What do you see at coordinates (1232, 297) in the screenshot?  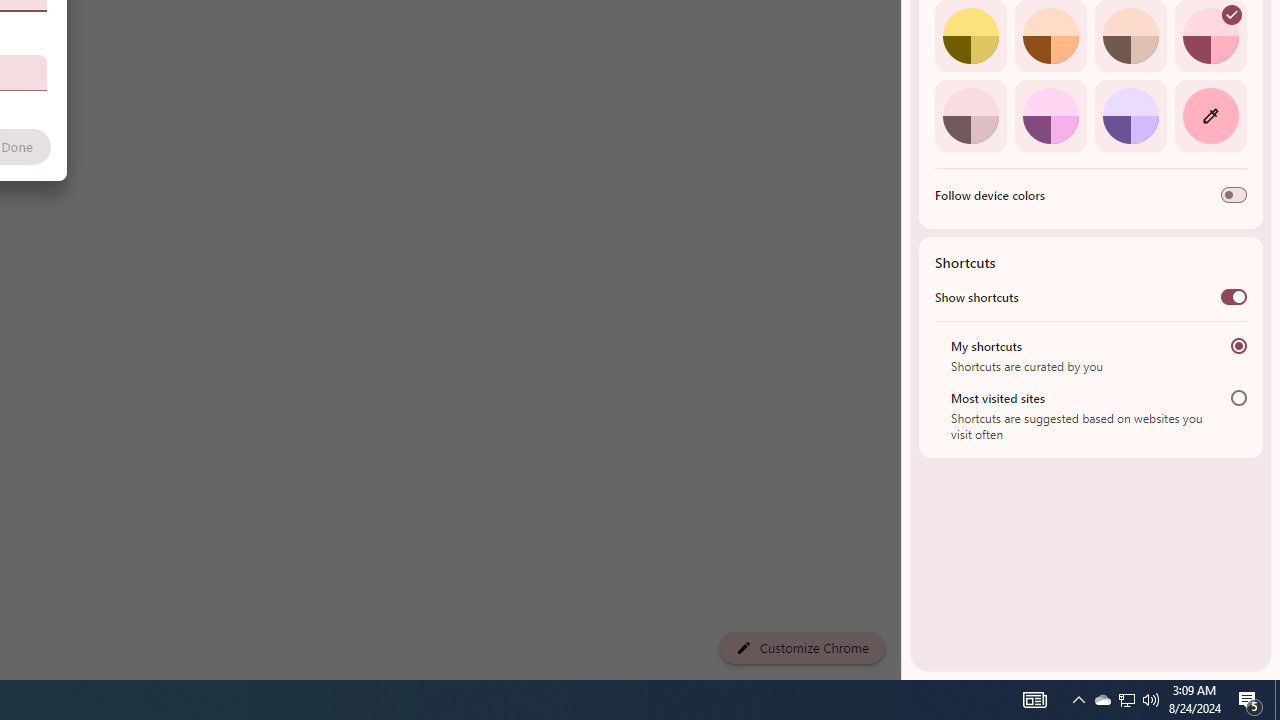 I see `'Show shortcuts'` at bounding box center [1232, 297].